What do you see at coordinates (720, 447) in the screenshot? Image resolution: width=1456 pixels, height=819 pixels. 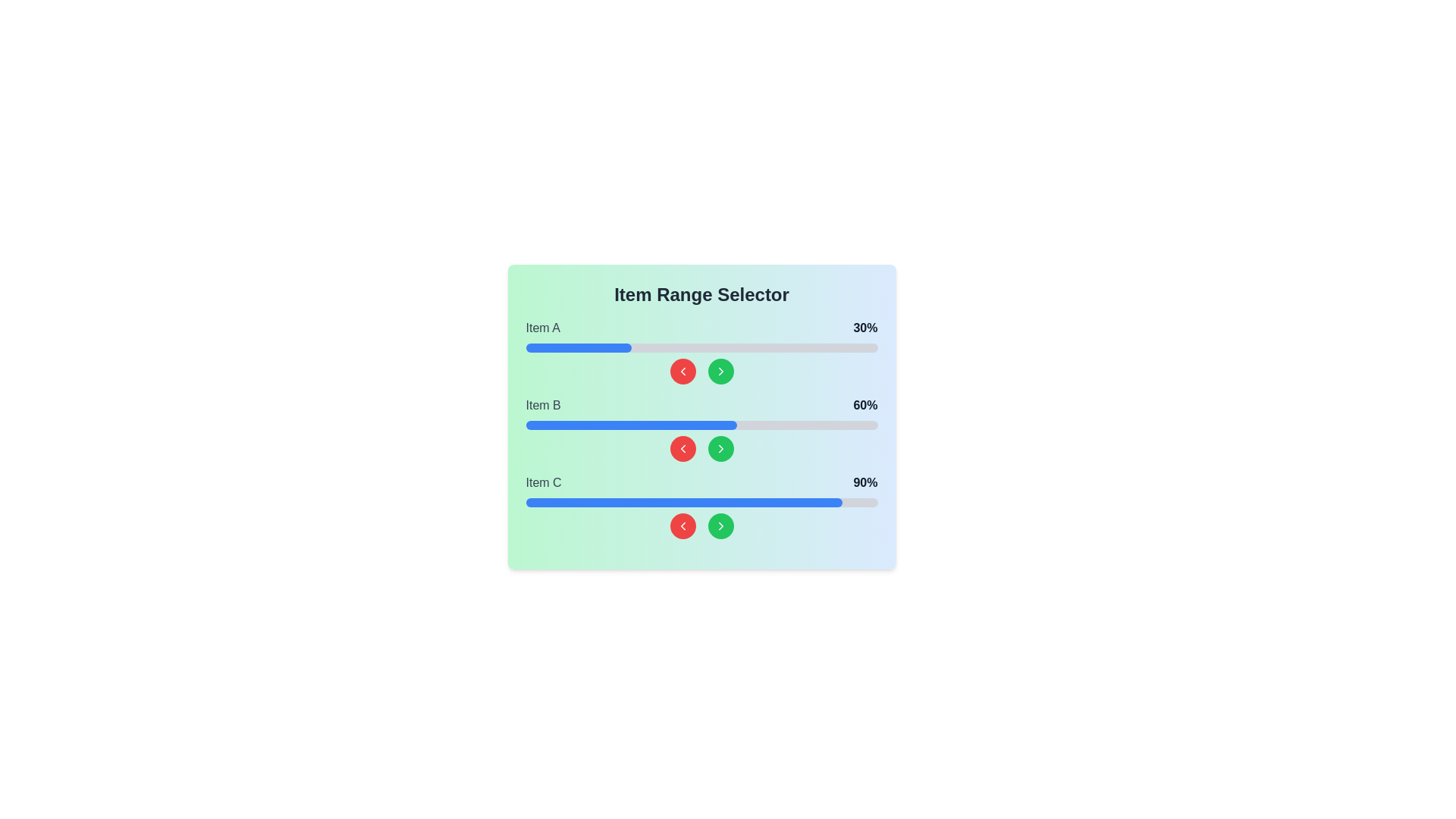 I see `the right-facing chevron button with a green circular background` at bounding box center [720, 447].